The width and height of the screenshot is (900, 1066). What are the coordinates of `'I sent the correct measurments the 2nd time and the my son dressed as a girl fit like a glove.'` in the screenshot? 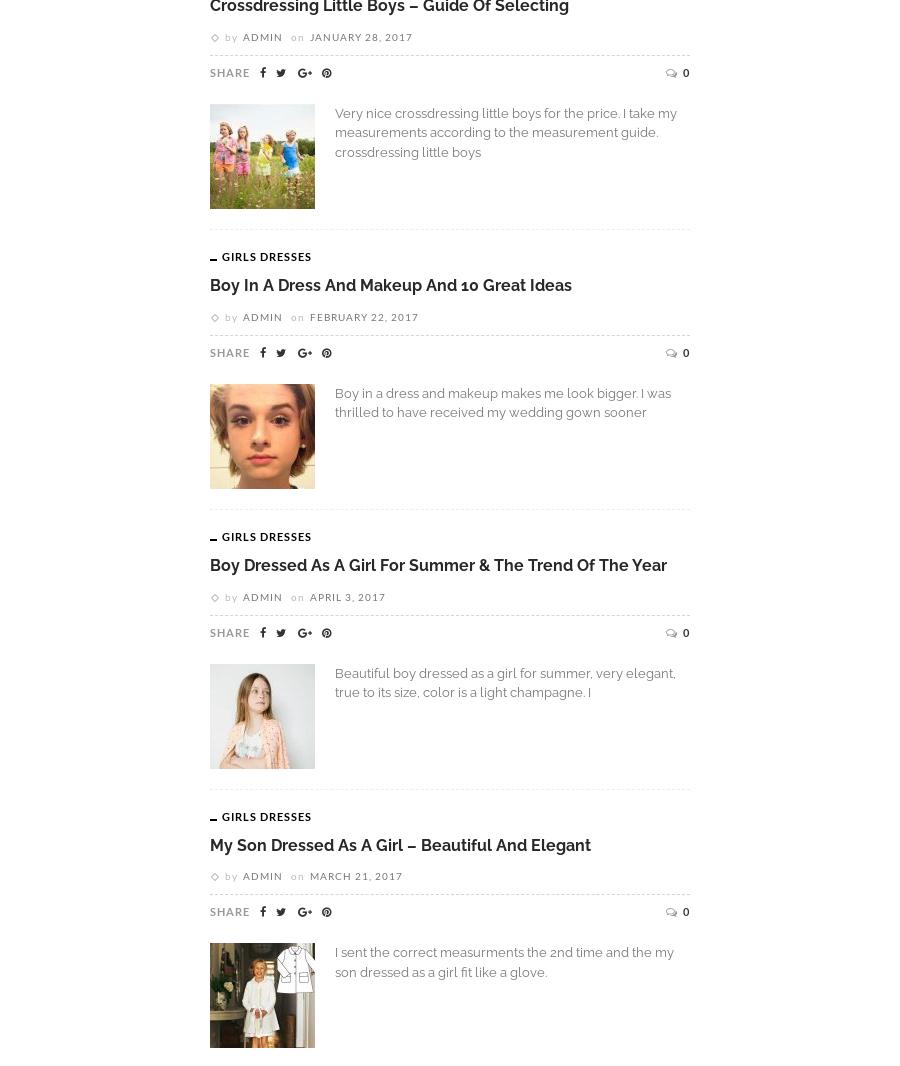 It's located at (503, 961).